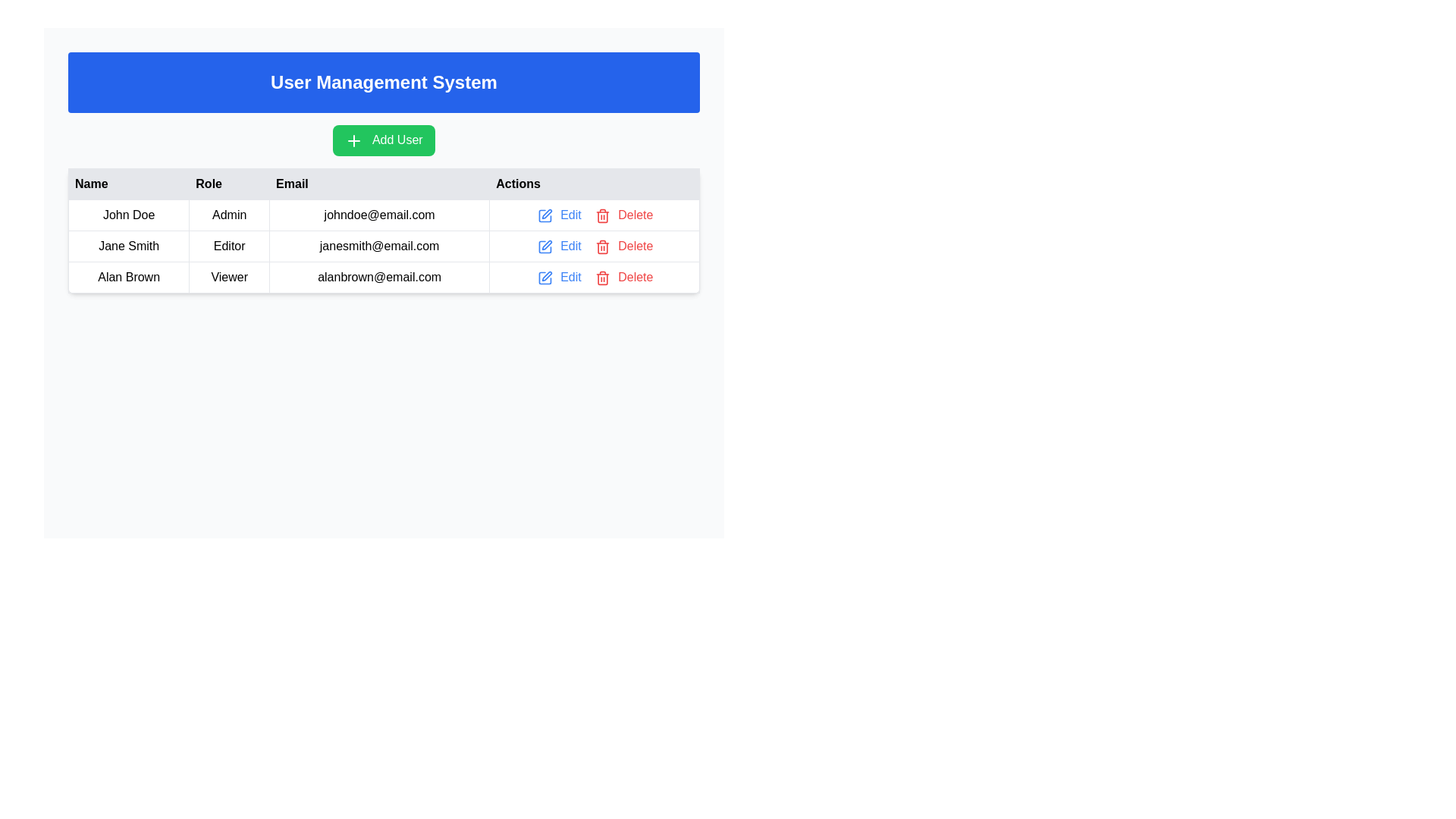  What do you see at coordinates (544, 278) in the screenshot?
I see `the edit icon located in the 'Actions' column of the last row corresponding to the user 'Alan Brown', which is positioned to the left of the 'Edit' label text` at bounding box center [544, 278].